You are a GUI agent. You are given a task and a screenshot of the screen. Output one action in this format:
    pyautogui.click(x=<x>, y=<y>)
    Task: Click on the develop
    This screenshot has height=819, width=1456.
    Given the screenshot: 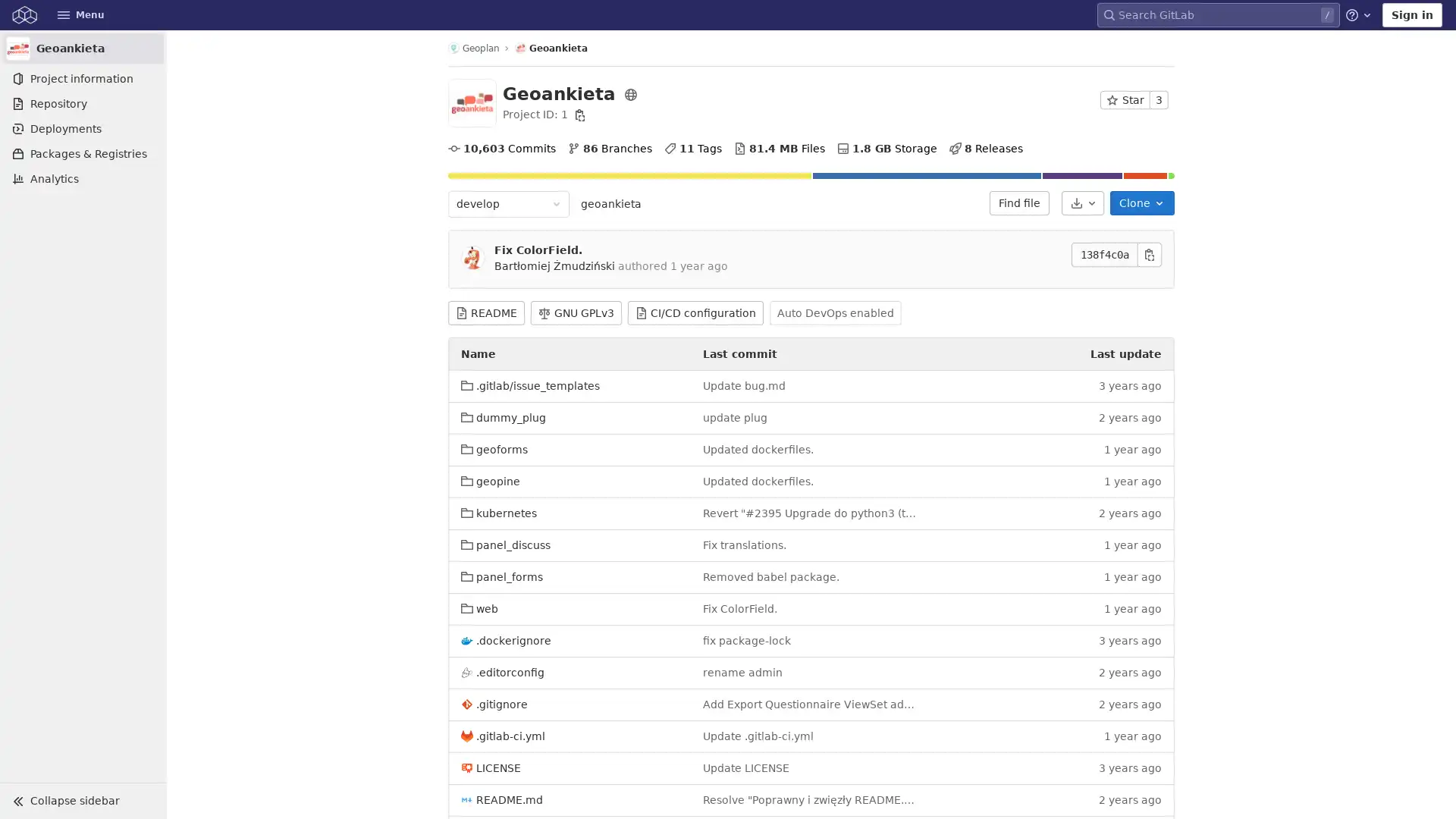 What is the action you would take?
    pyautogui.click(x=509, y=203)
    